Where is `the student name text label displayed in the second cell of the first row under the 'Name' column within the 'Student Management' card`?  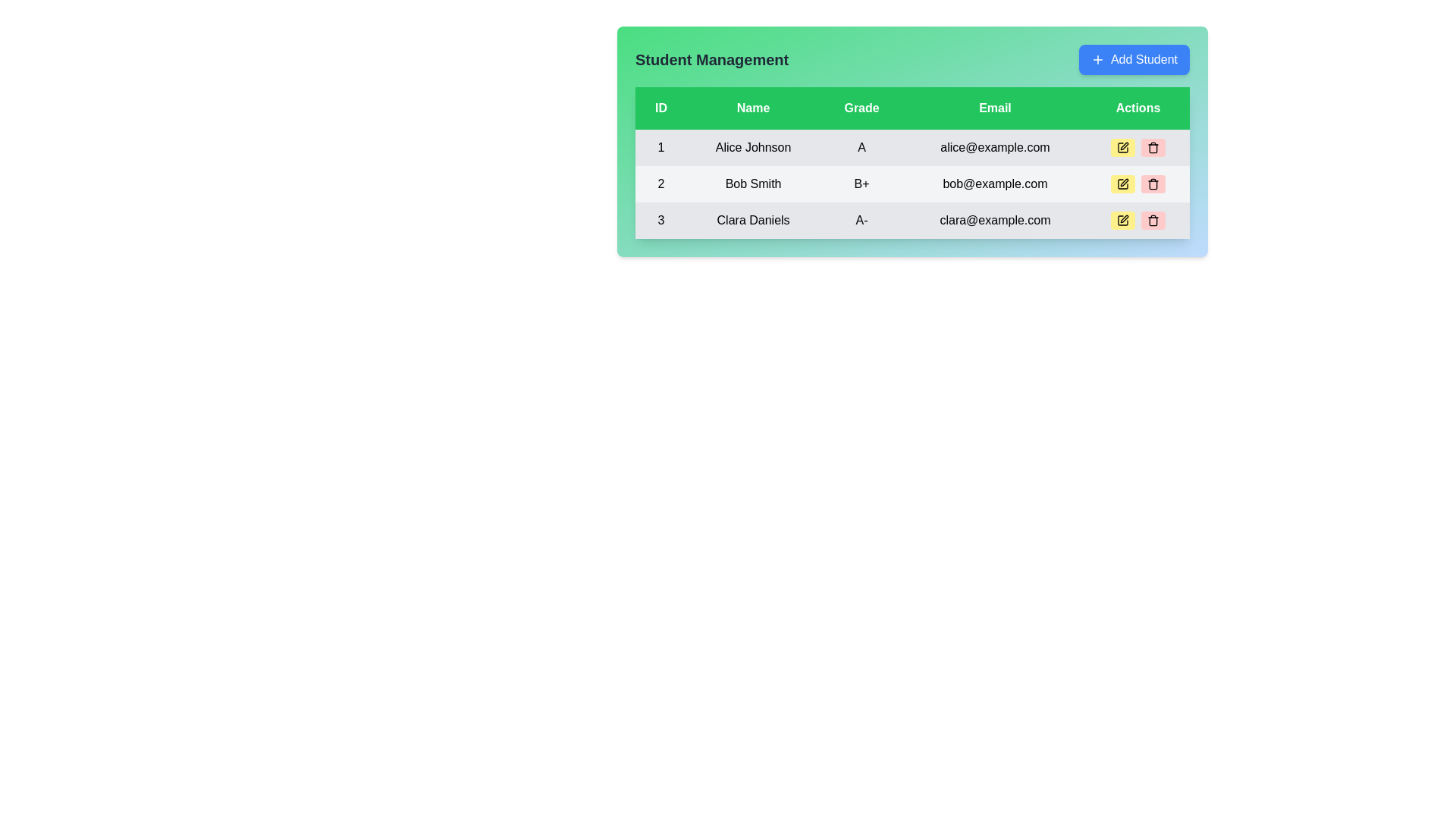 the student name text label displayed in the second cell of the first row under the 'Name' column within the 'Student Management' card is located at coordinates (753, 148).